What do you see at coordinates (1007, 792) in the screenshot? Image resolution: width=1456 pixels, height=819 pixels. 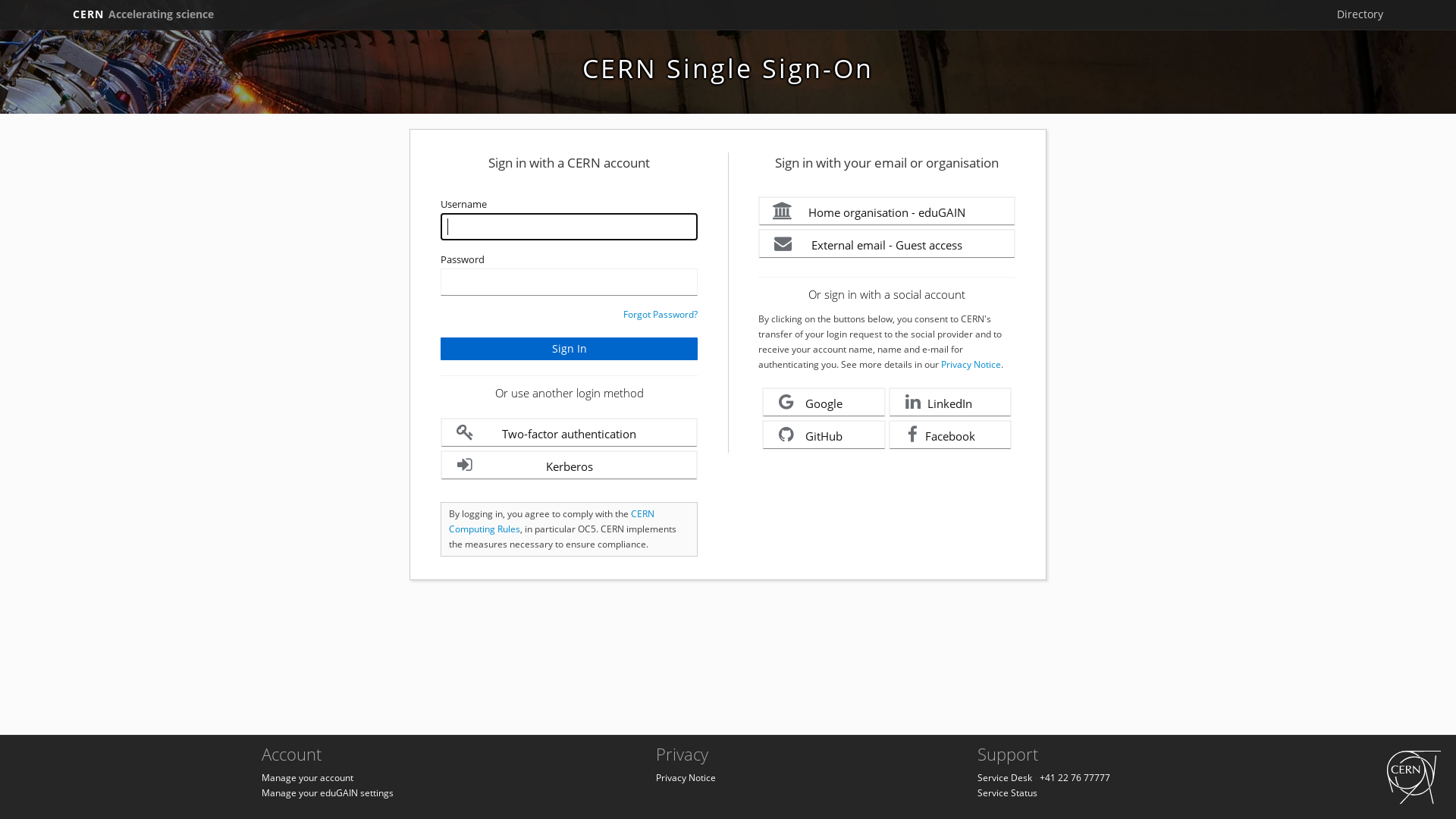 I see `'Service Status'` at bounding box center [1007, 792].